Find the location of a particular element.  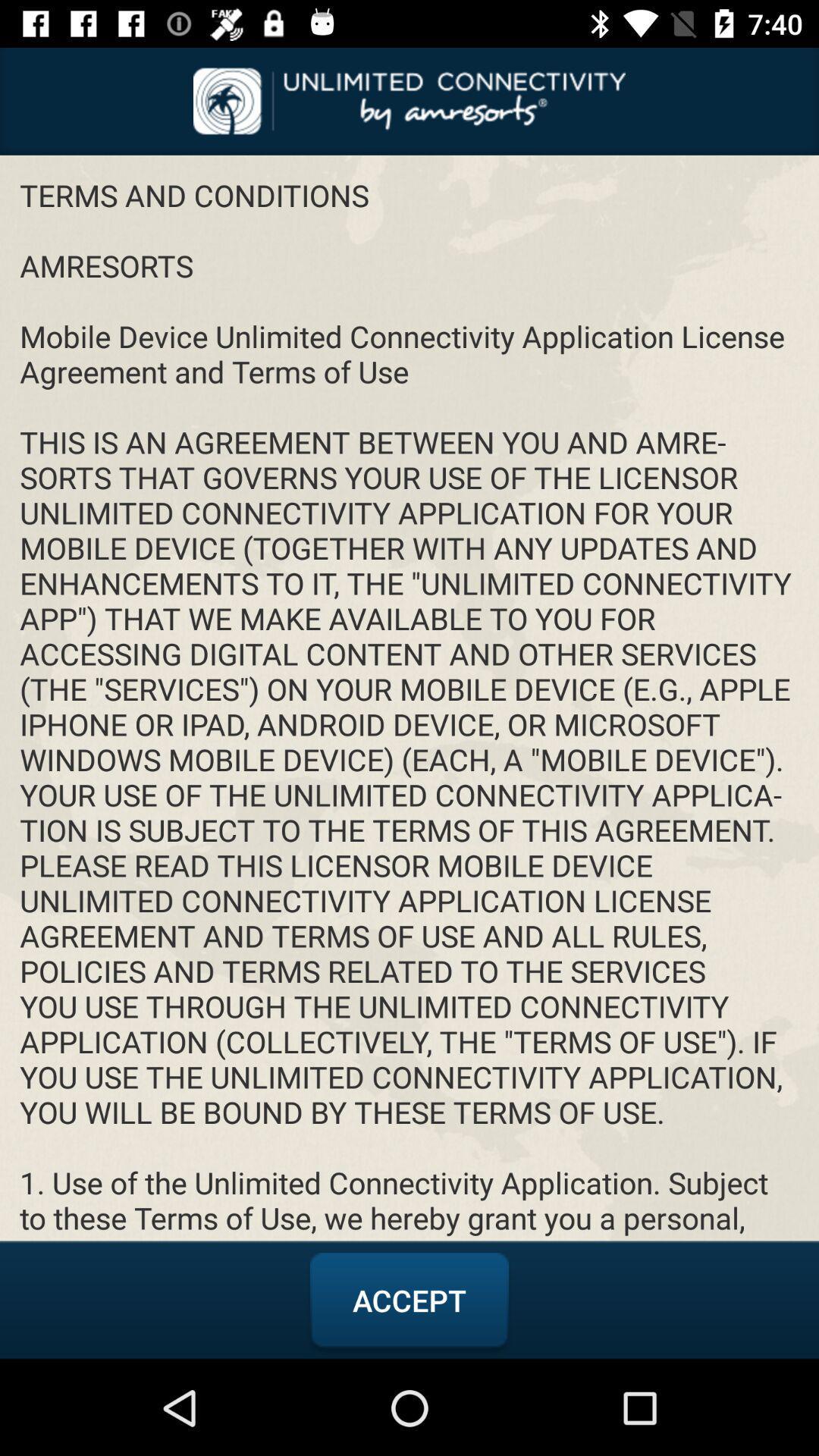

accept icon is located at coordinates (409, 1300).